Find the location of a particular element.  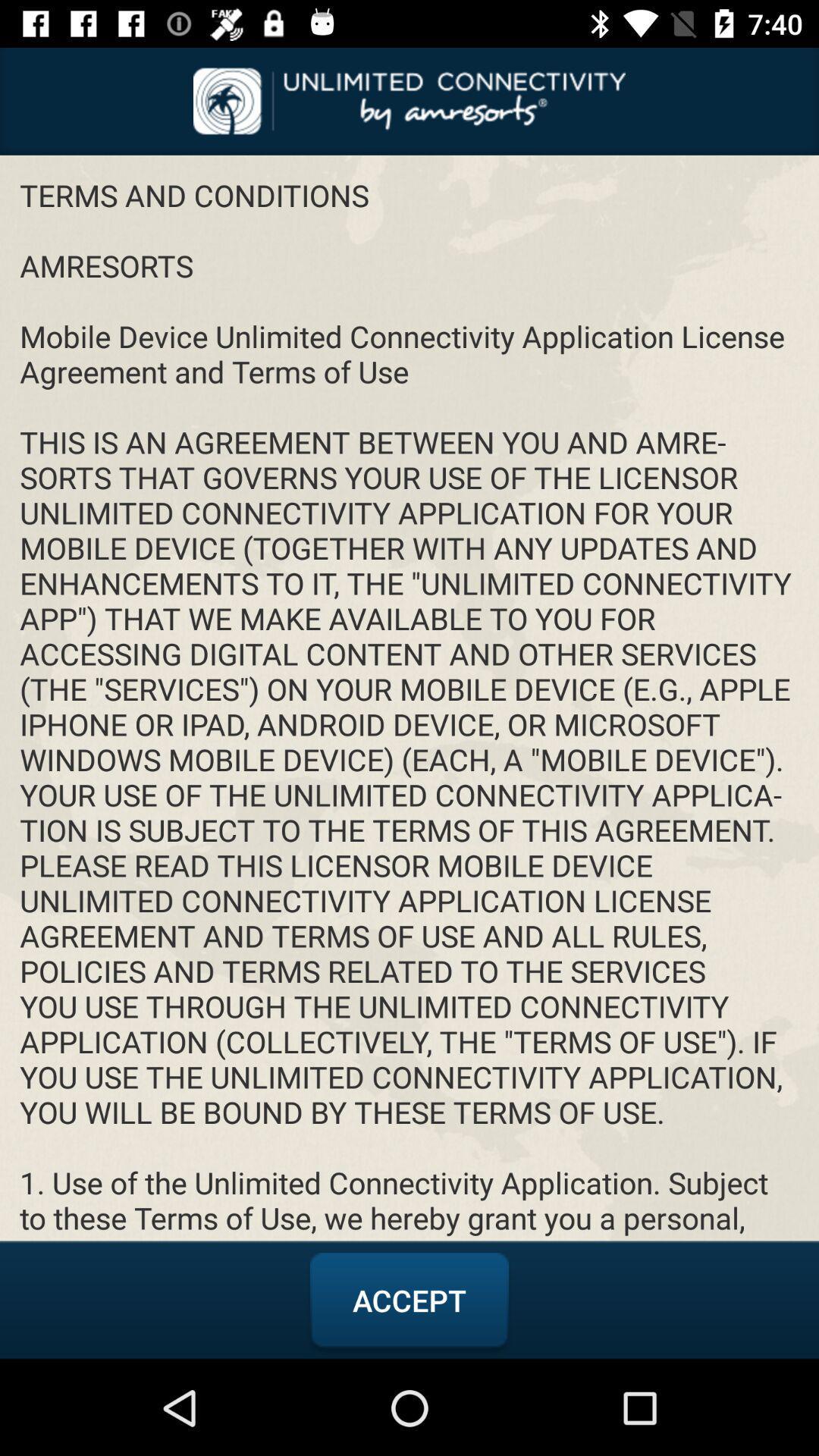

accept icon is located at coordinates (409, 1300).